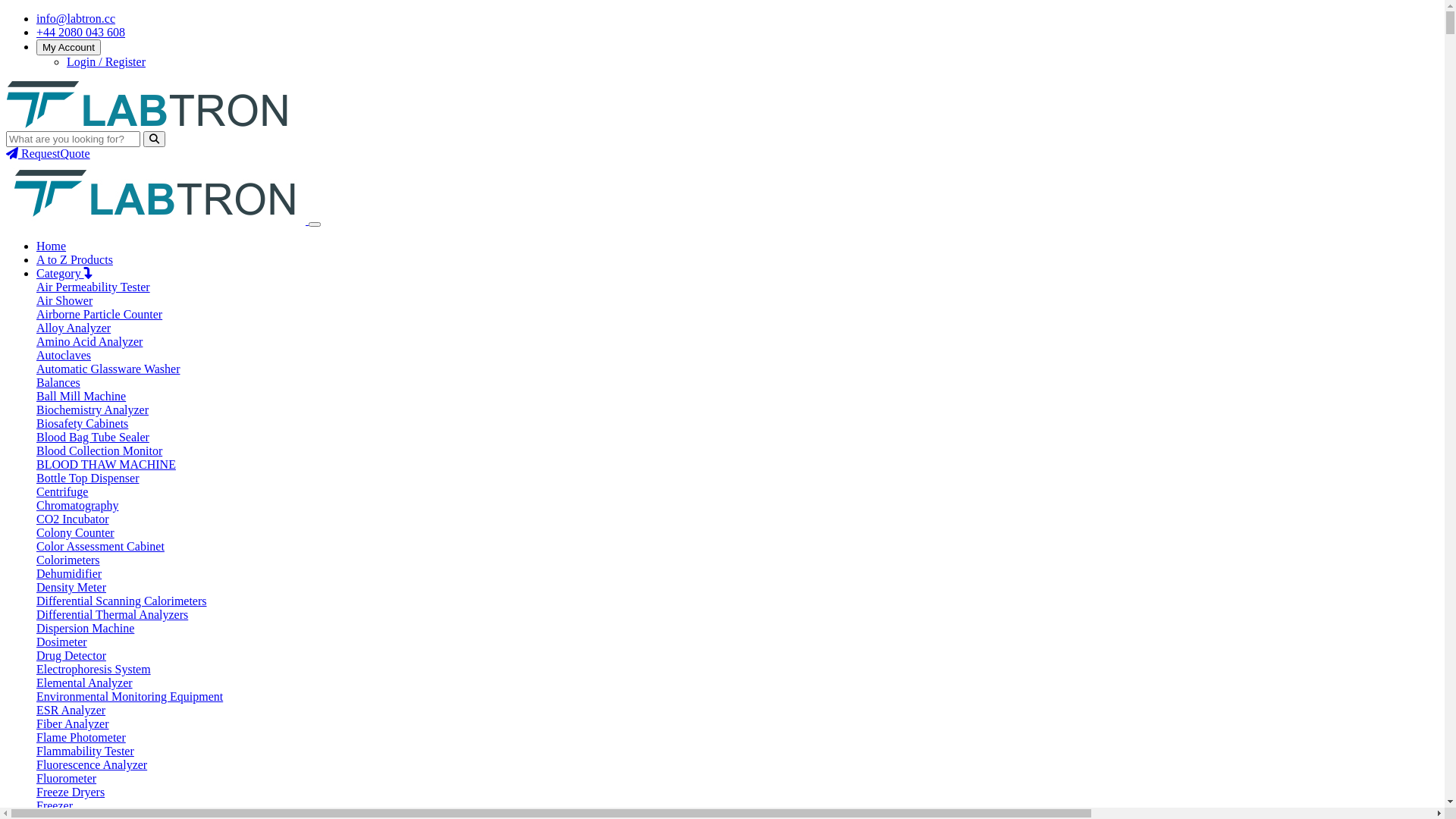  Describe the element at coordinates (74, 532) in the screenshot. I see `'Colony Counter'` at that location.